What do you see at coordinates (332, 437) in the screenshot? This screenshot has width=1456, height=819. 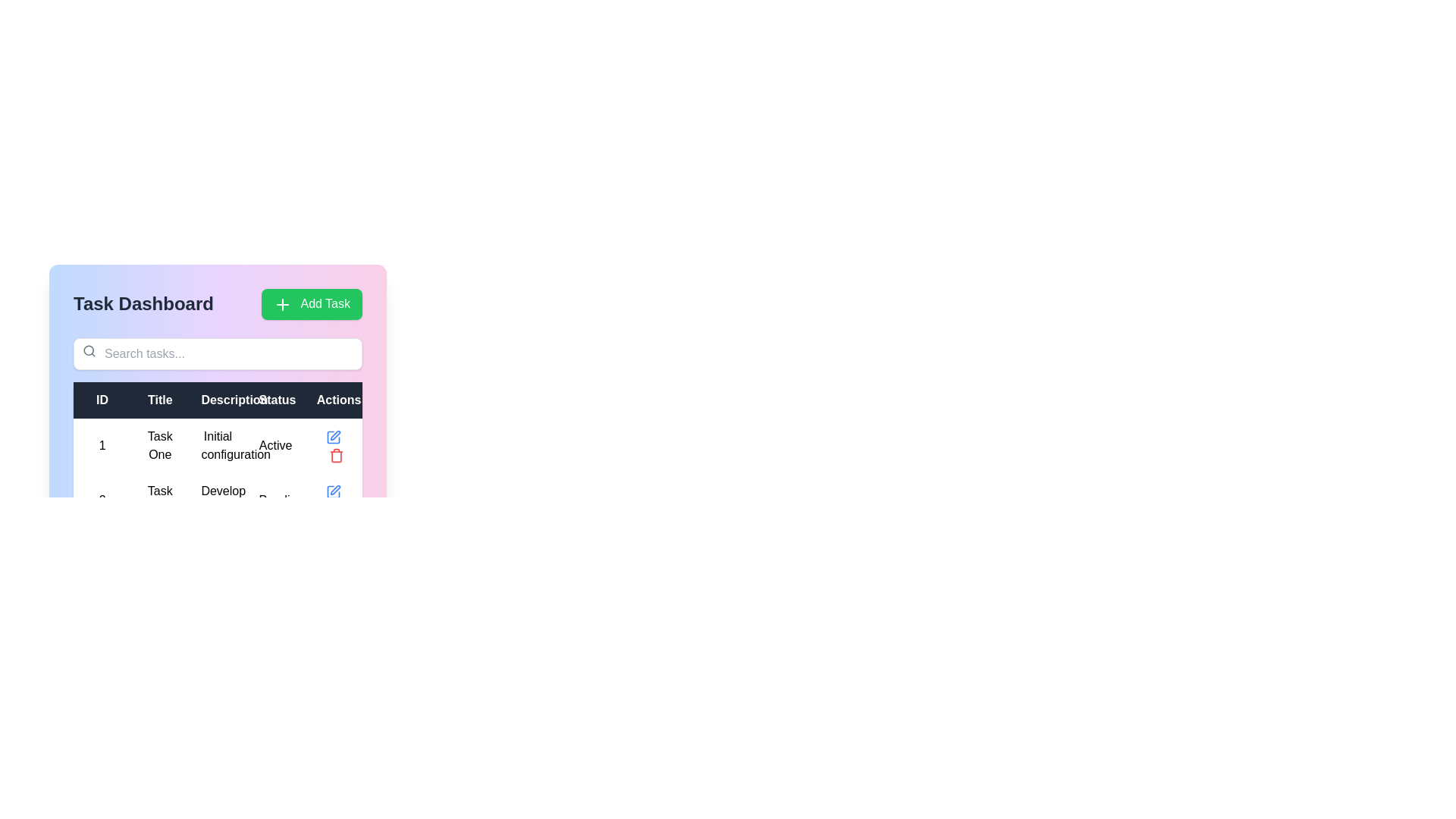 I see `the blue pen icon representing an edit action located in the 'Actions' column of the first row in the task table` at bounding box center [332, 437].